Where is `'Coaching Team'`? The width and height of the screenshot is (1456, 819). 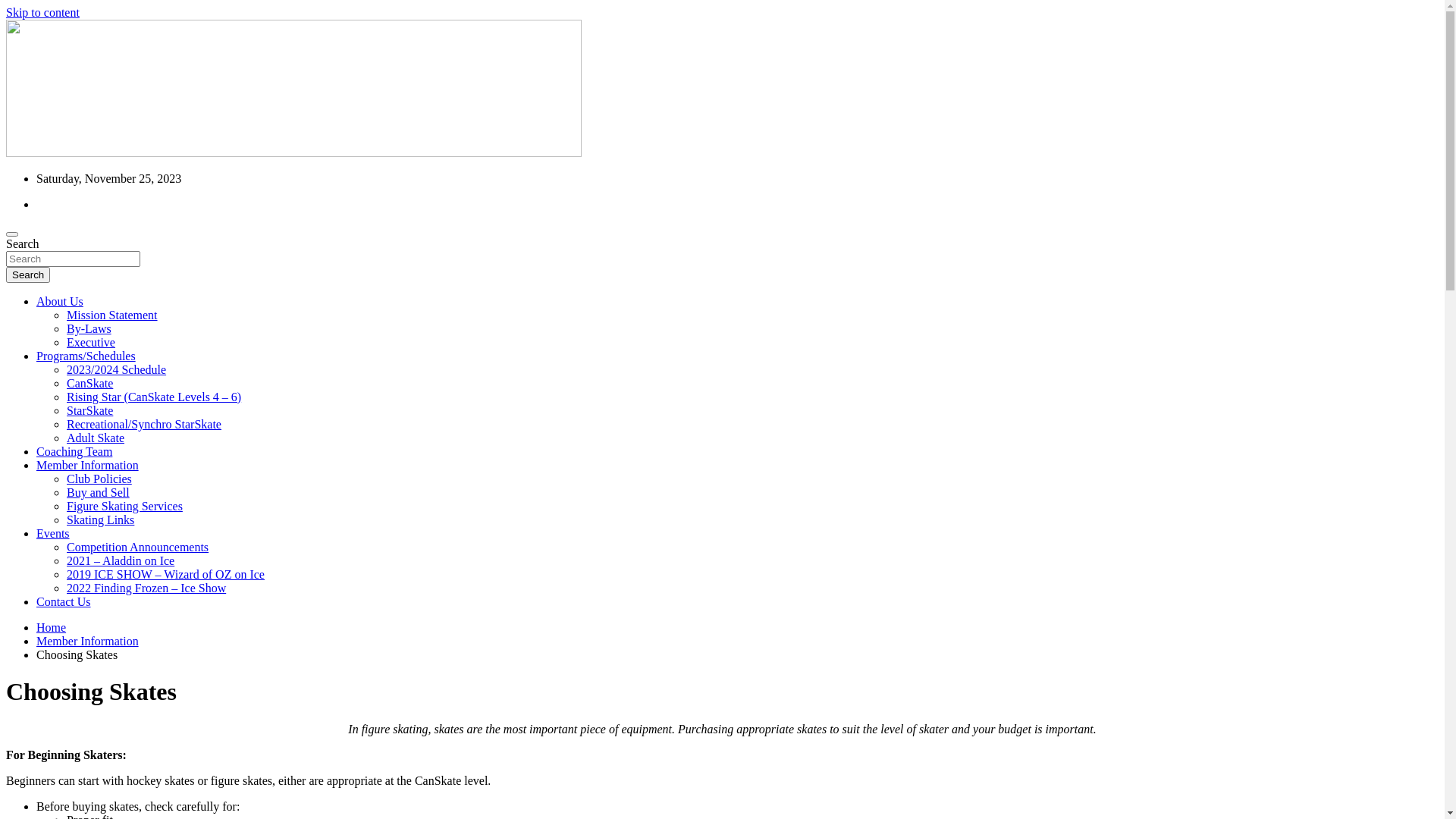
'Coaching Team' is located at coordinates (73, 450).